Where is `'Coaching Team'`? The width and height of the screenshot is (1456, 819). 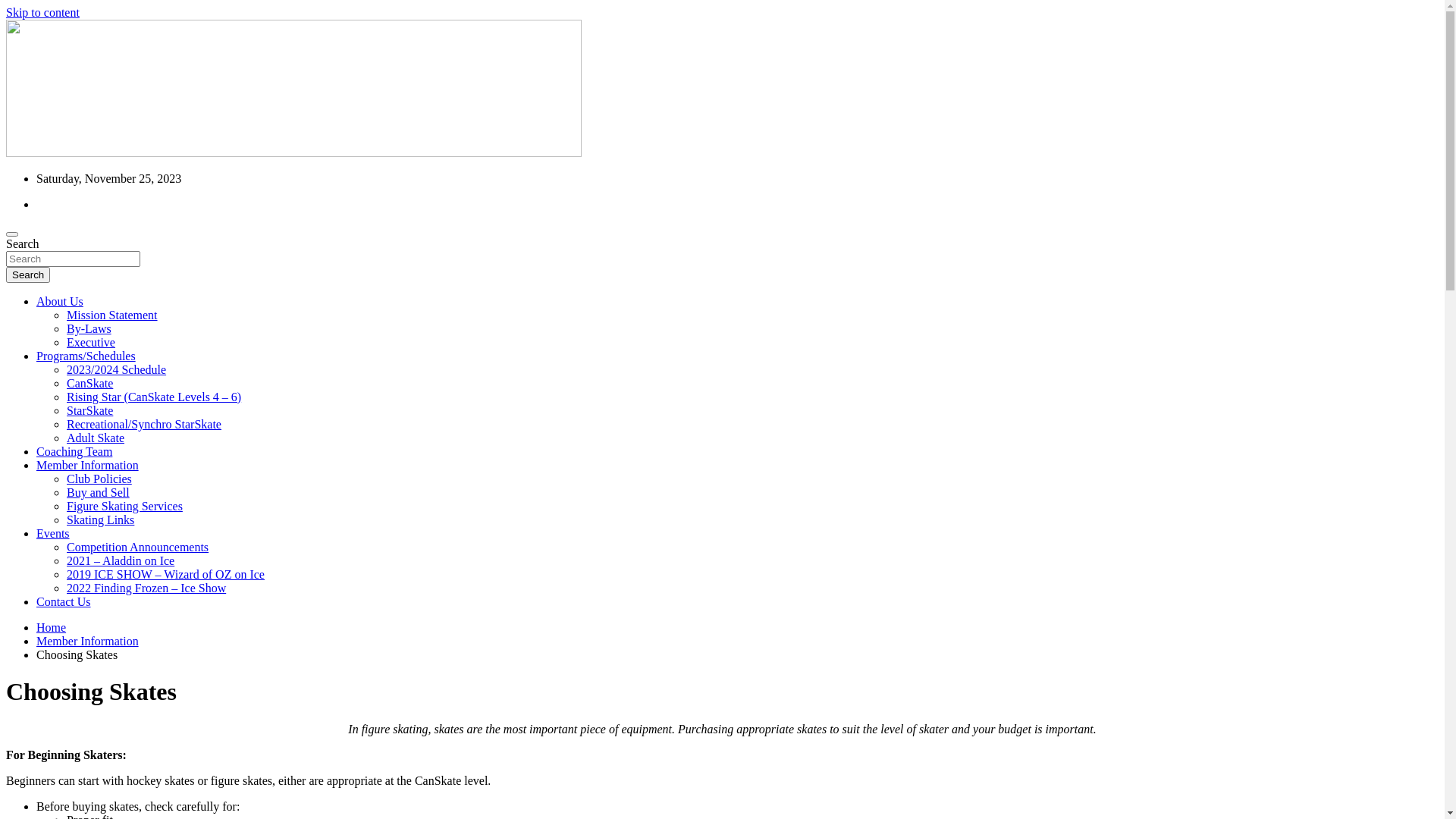
'Coaching Team' is located at coordinates (73, 450).